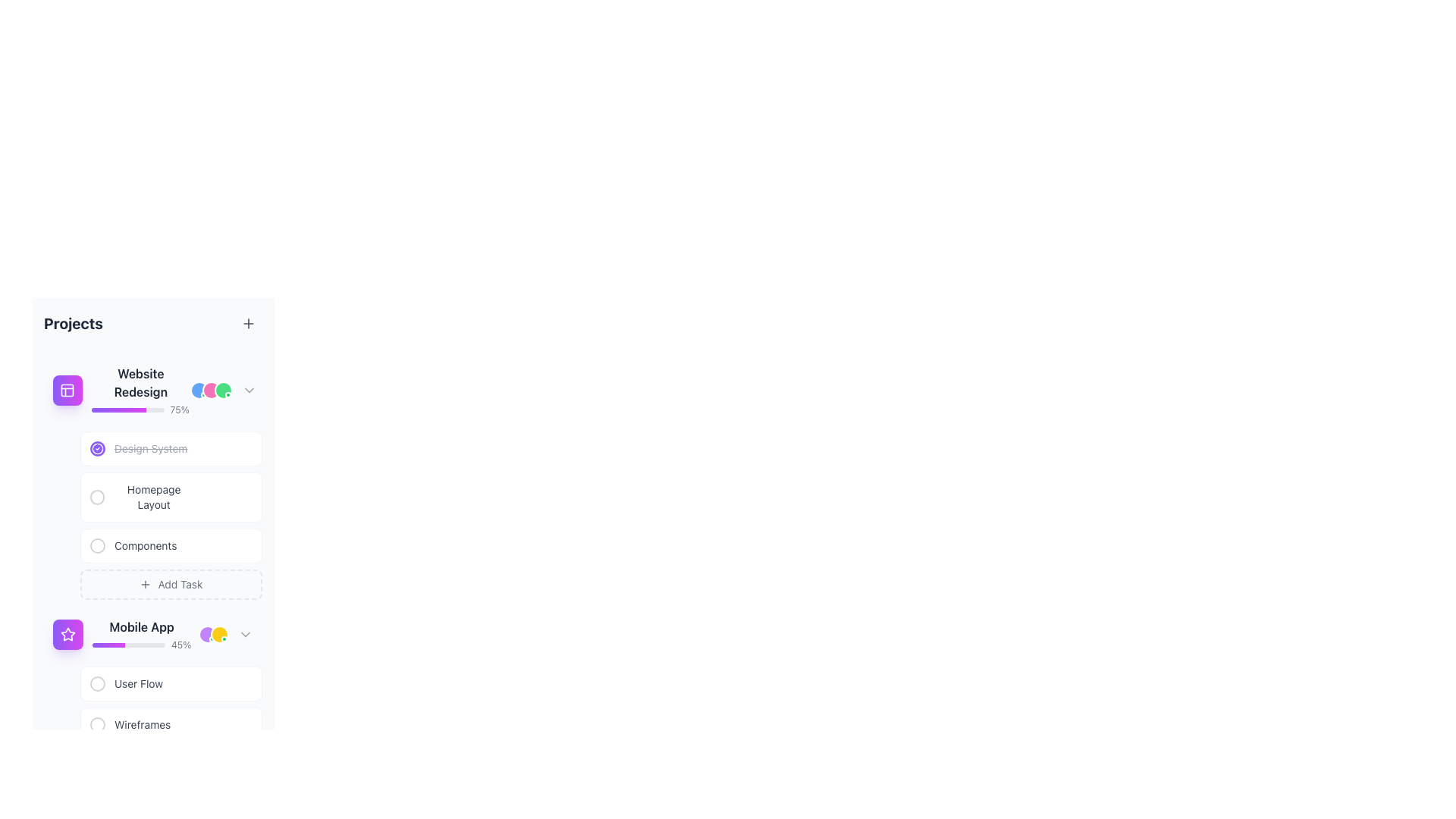 Image resolution: width=1456 pixels, height=819 pixels. What do you see at coordinates (118, 409) in the screenshot?
I see `the Progress Indicator element, a horizontal gradient bar representing progress for the 'Website Redesign' task under the 'Projects' section` at bounding box center [118, 409].